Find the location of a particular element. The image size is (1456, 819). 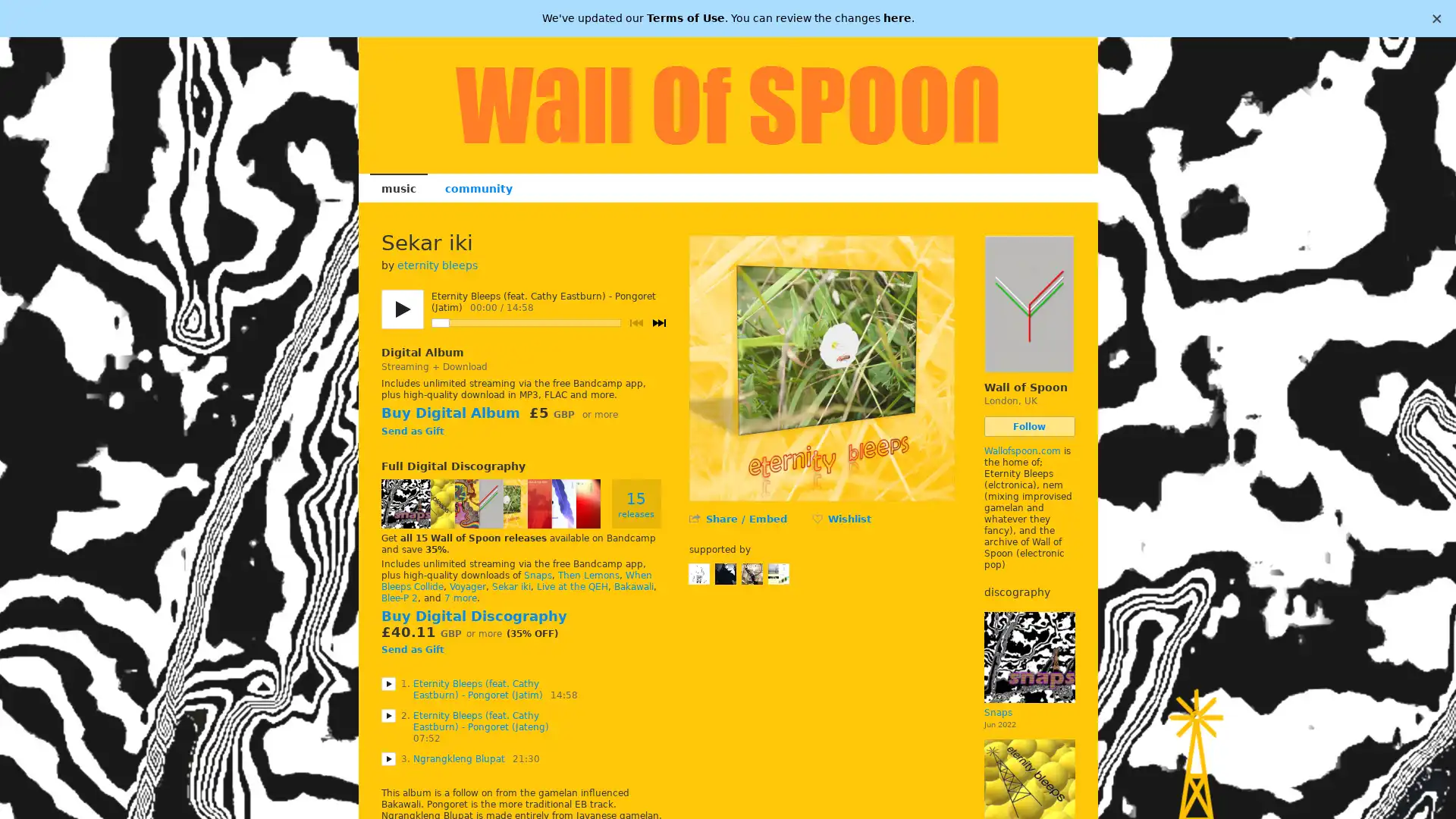

Next track is located at coordinates (658, 322).